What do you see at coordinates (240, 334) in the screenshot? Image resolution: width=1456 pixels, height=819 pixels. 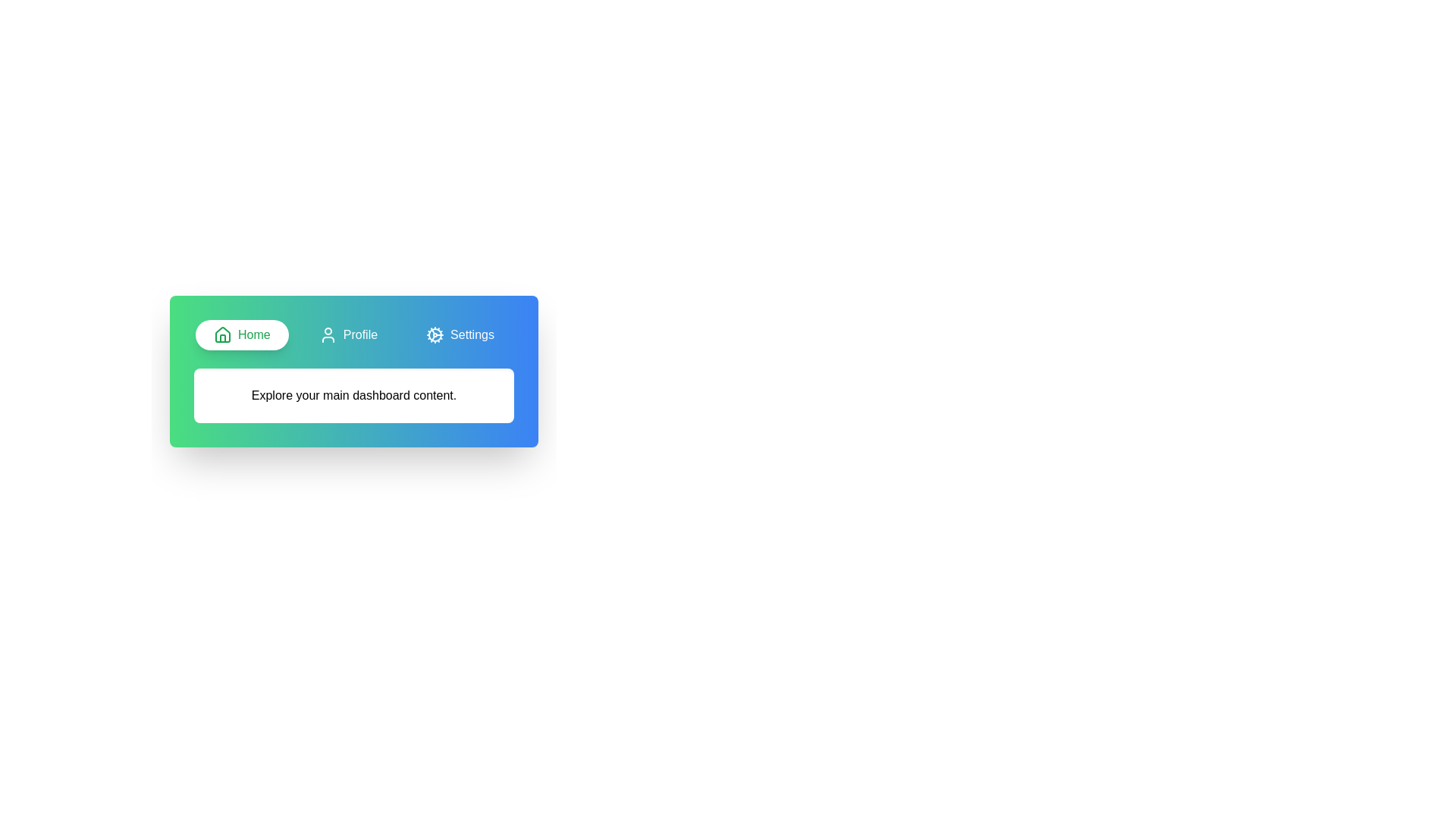 I see `the Home tab` at bounding box center [240, 334].